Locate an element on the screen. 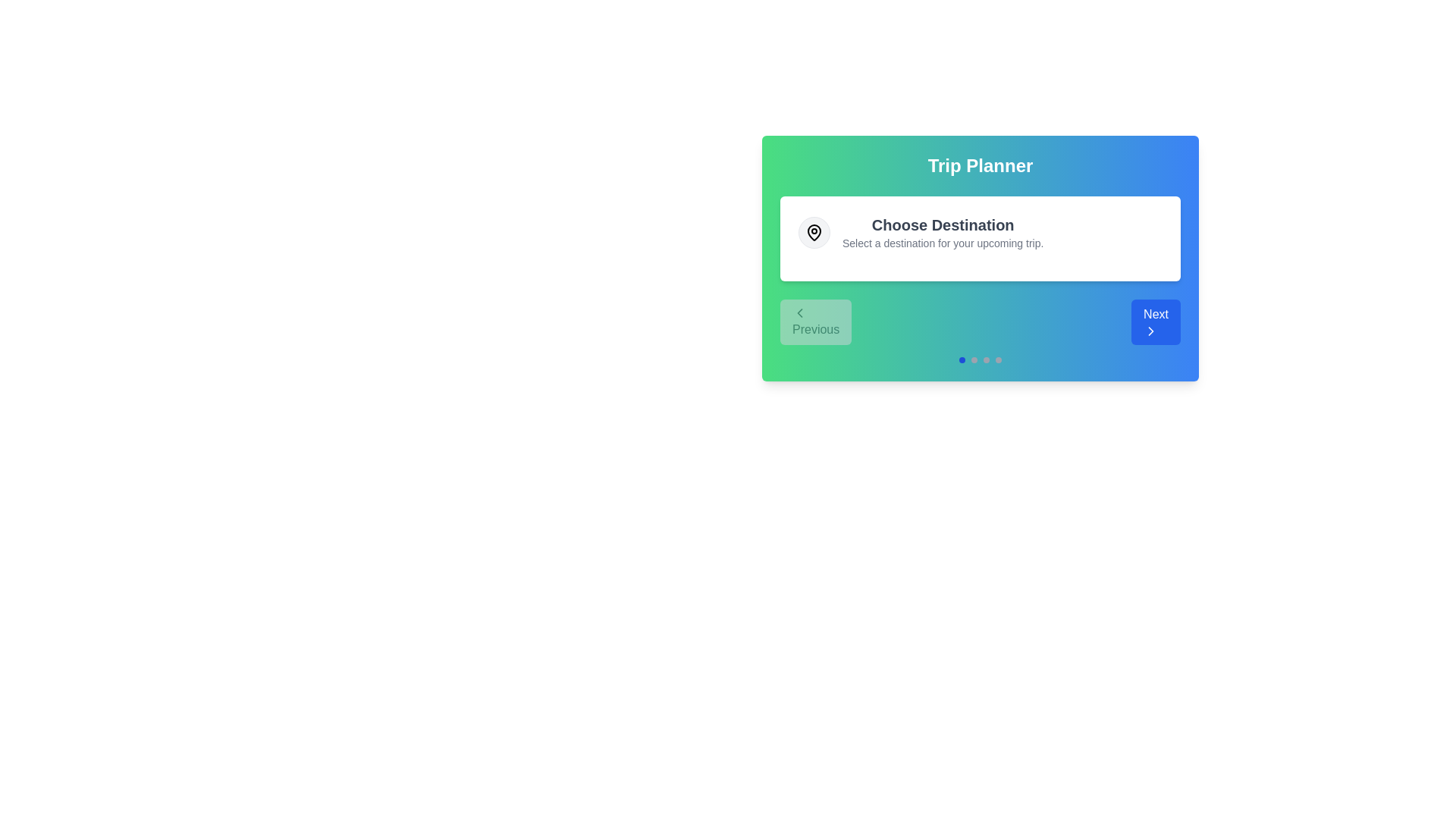 The image size is (1456, 819). the 'Previous' button, which is a light gray rectangular button with rounded corners and a left-pointing chevron icon, to trigger a visual state change is located at coordinates (815, 321).